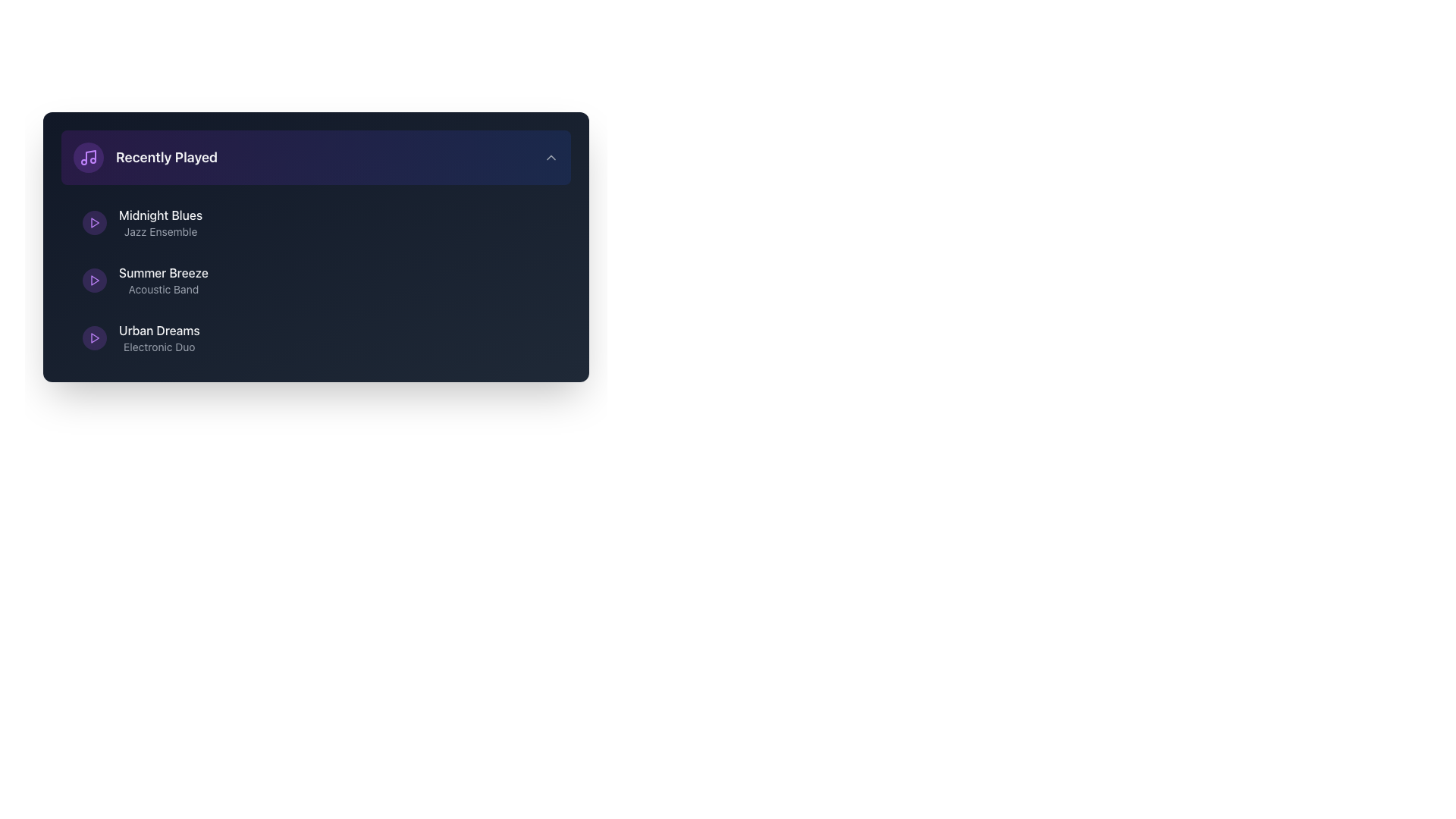 This screenshot has width=1456, height=819. Describe the element at coordinates (159, 337) in the screenshot. I see `the text label that displays 'Urban Dreams' as the title and 'Electronic Duo' as the subtitle, located in the lower-left section of the list as the third item` at that location.